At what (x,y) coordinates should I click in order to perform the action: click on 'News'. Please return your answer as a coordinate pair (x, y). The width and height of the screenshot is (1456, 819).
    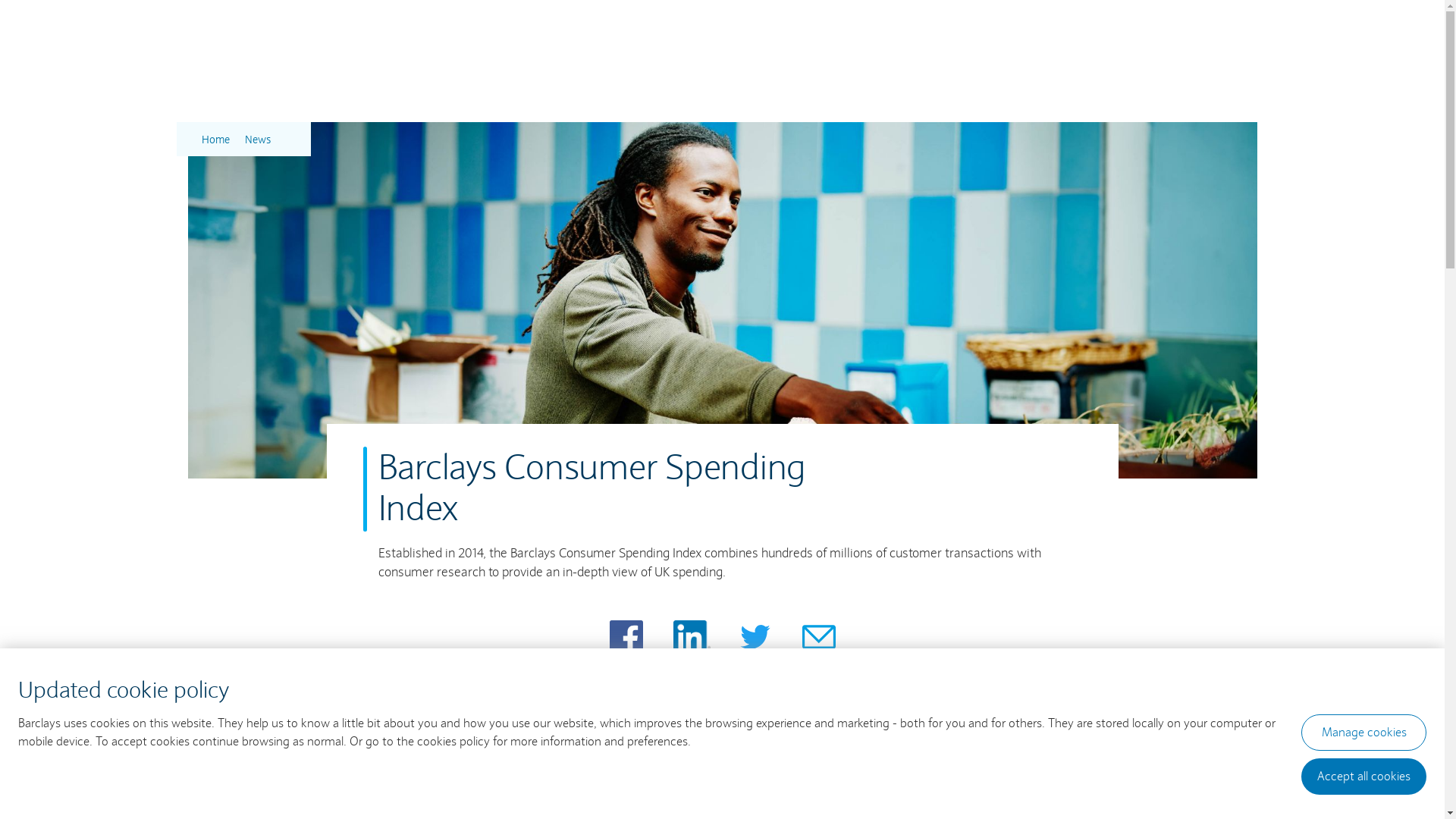
    Looking at the image, I should click on (257, 139).